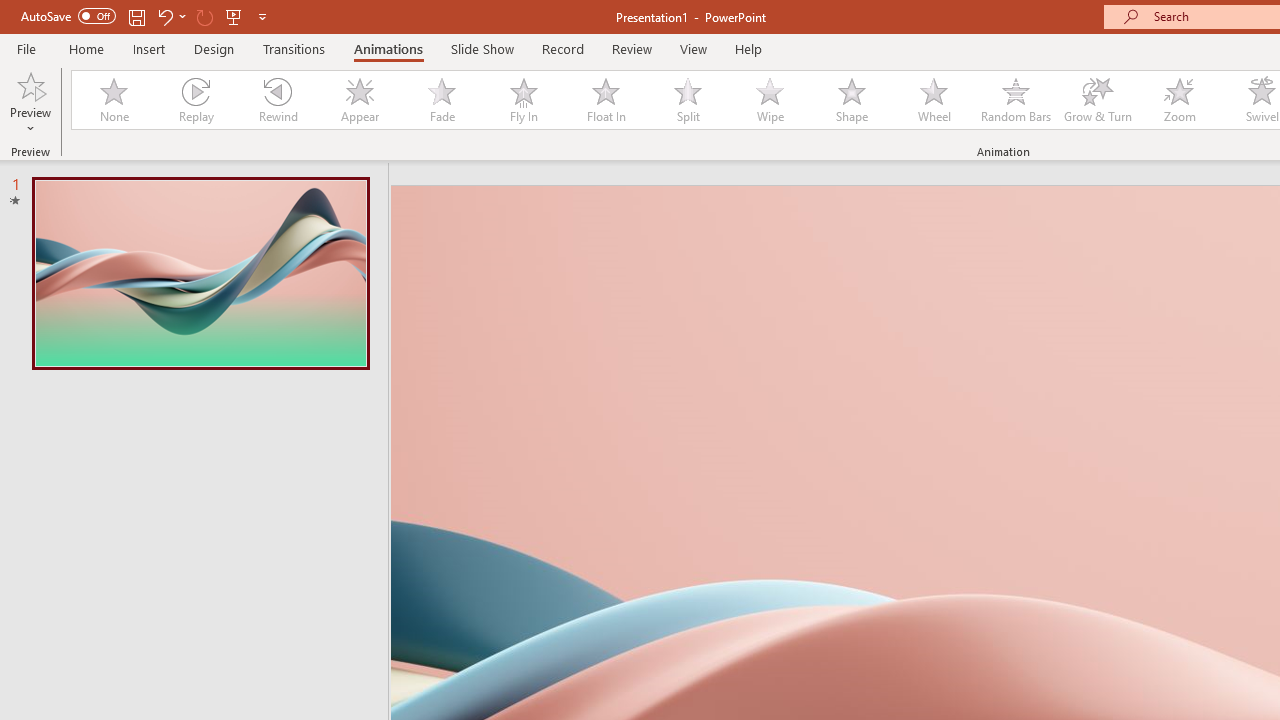  I want to click on 'Wipe', so click(769, 100).